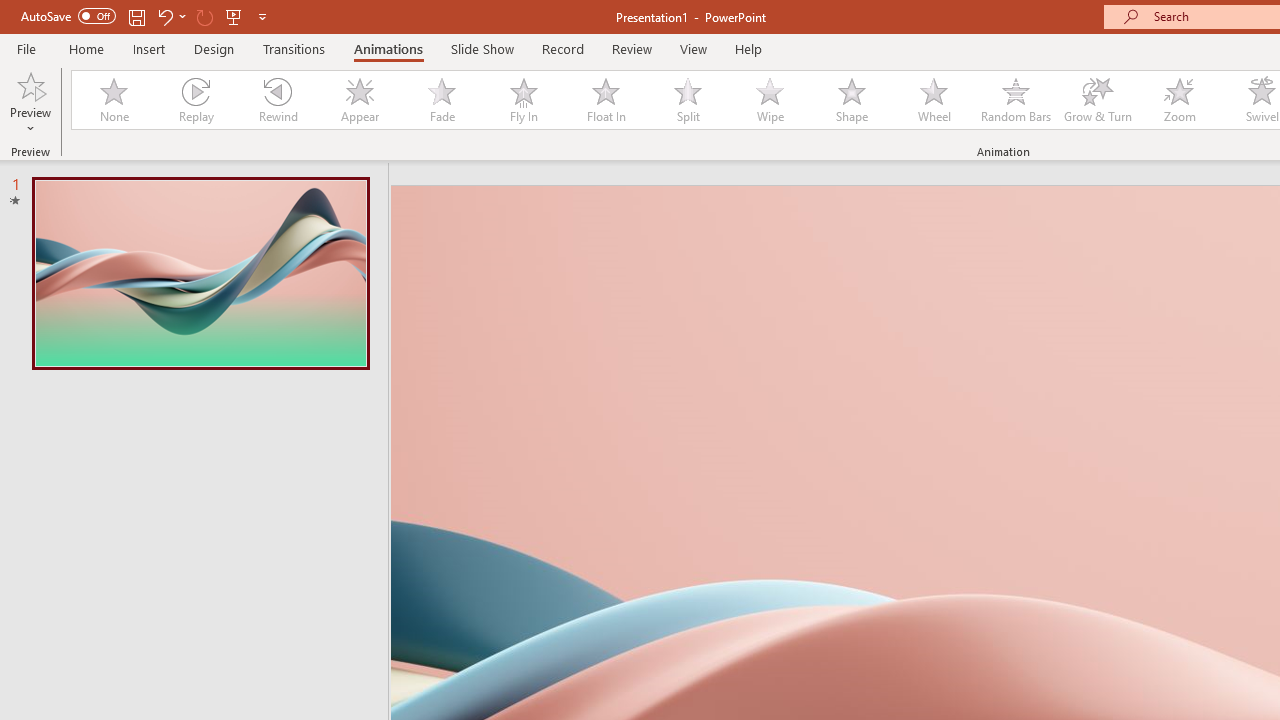  I want to click on 'Wipe', so click(769, 100).